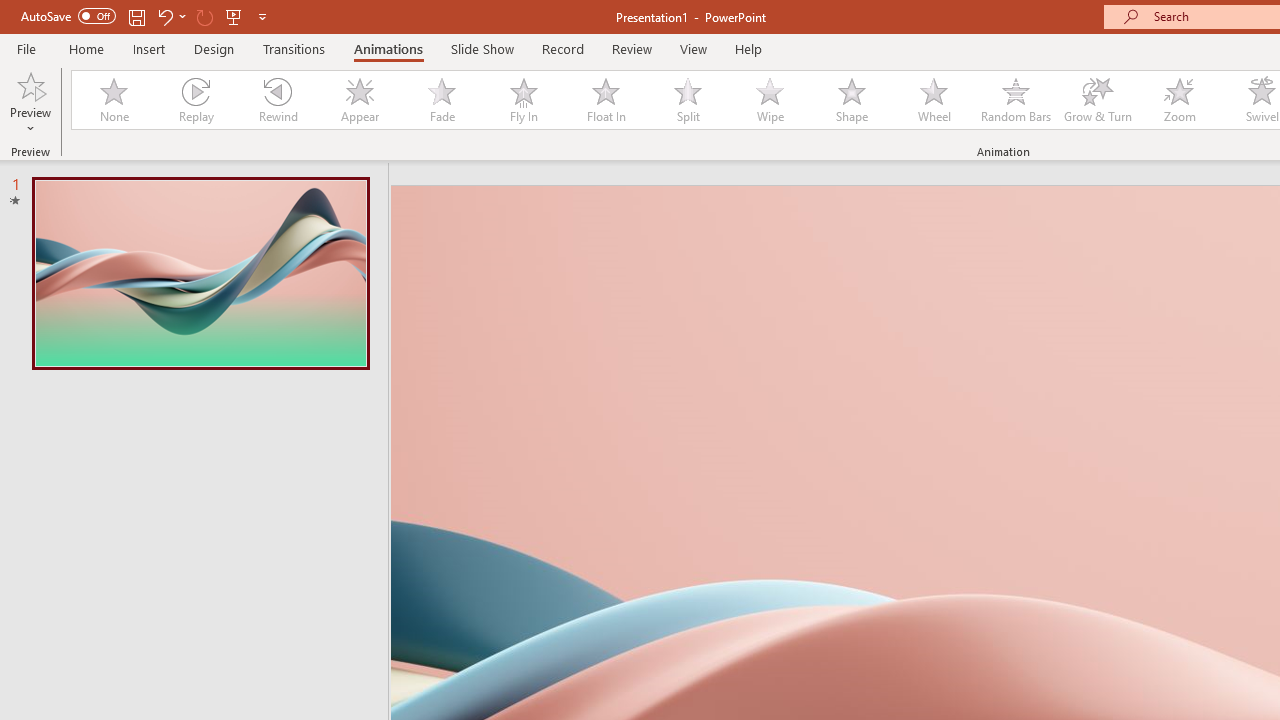  I want to click on 'Wipe', so click(769, 100).